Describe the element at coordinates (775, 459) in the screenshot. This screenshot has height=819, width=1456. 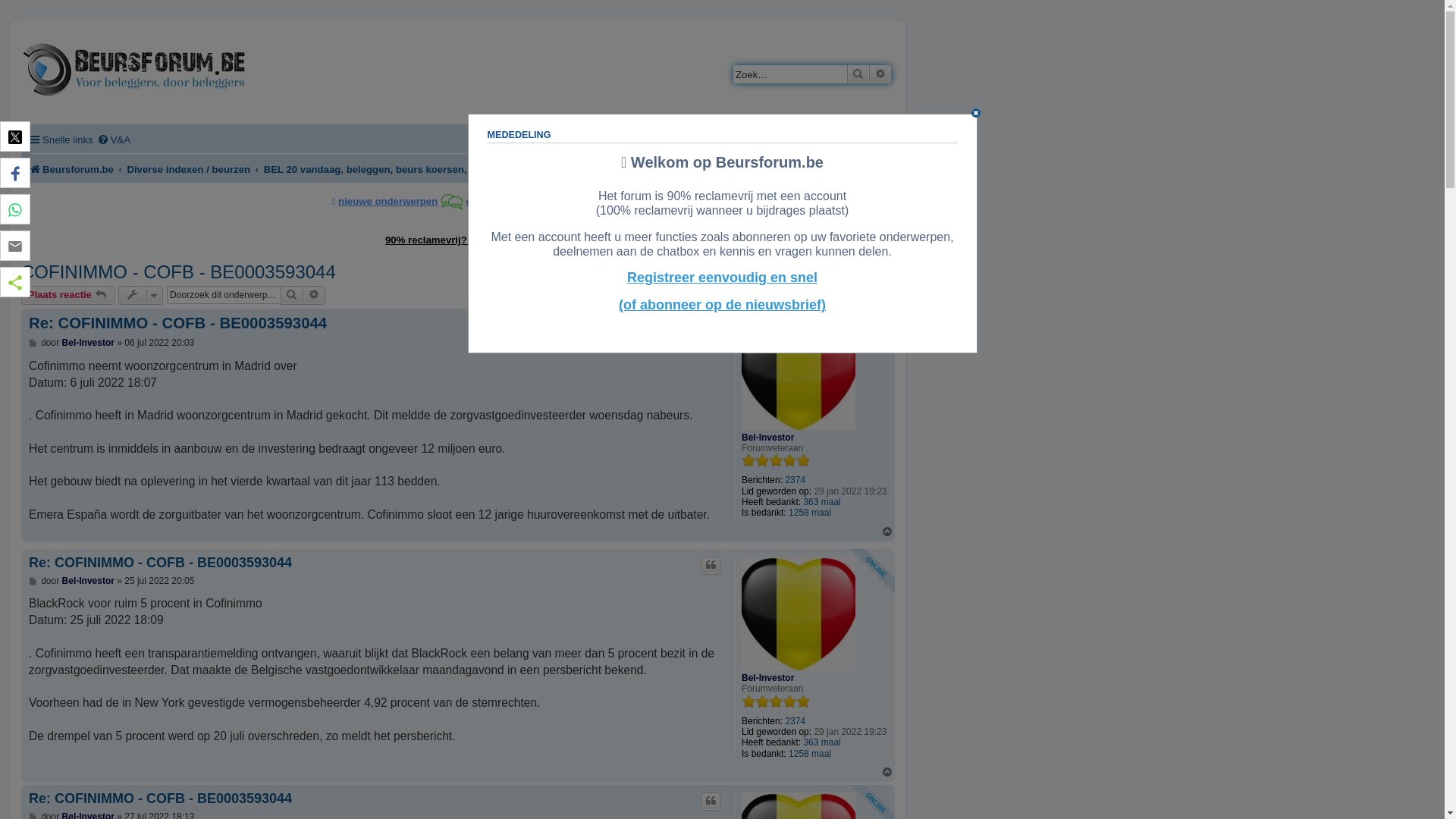
I see `'Forumveteraan'` at that location.